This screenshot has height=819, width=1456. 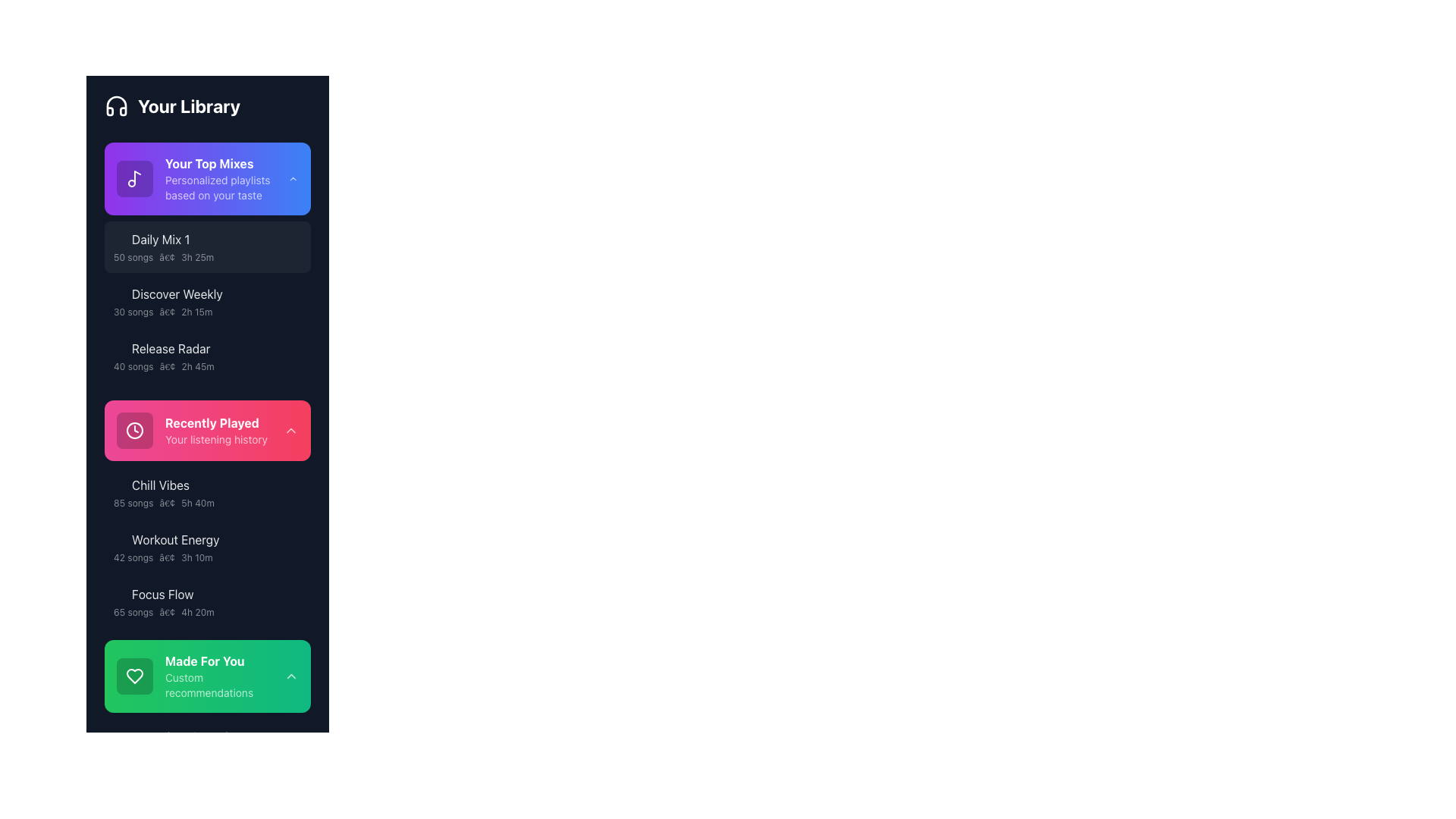 What do you see at coordinates (199, 675) in the screenshot?
I see `the 'Made For You' button with a green background and a heart-shaped icon` at bounding box center [199, 675].